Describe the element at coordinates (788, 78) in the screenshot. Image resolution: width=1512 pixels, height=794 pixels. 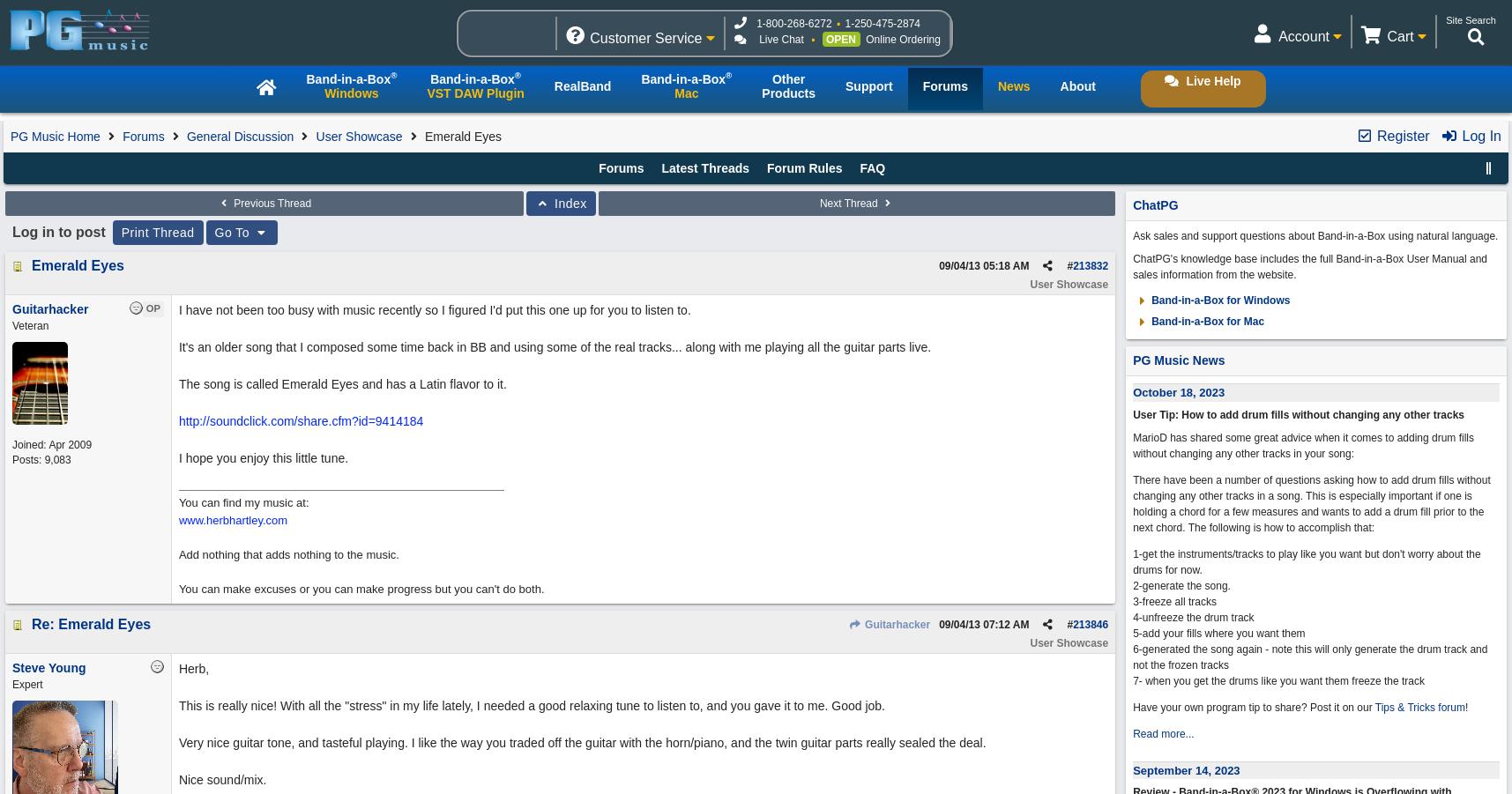
I see `'Other'` at that location.